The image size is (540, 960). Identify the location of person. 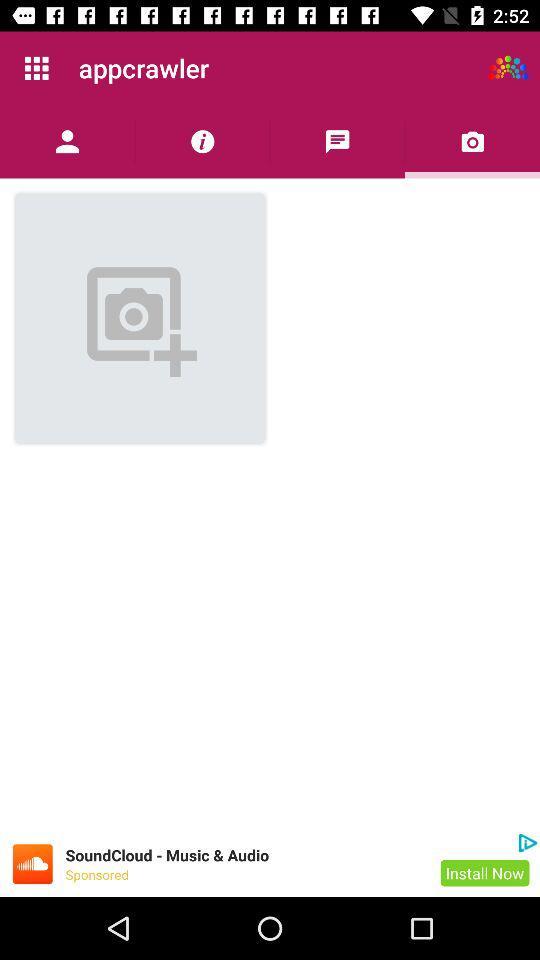
(67, 140).